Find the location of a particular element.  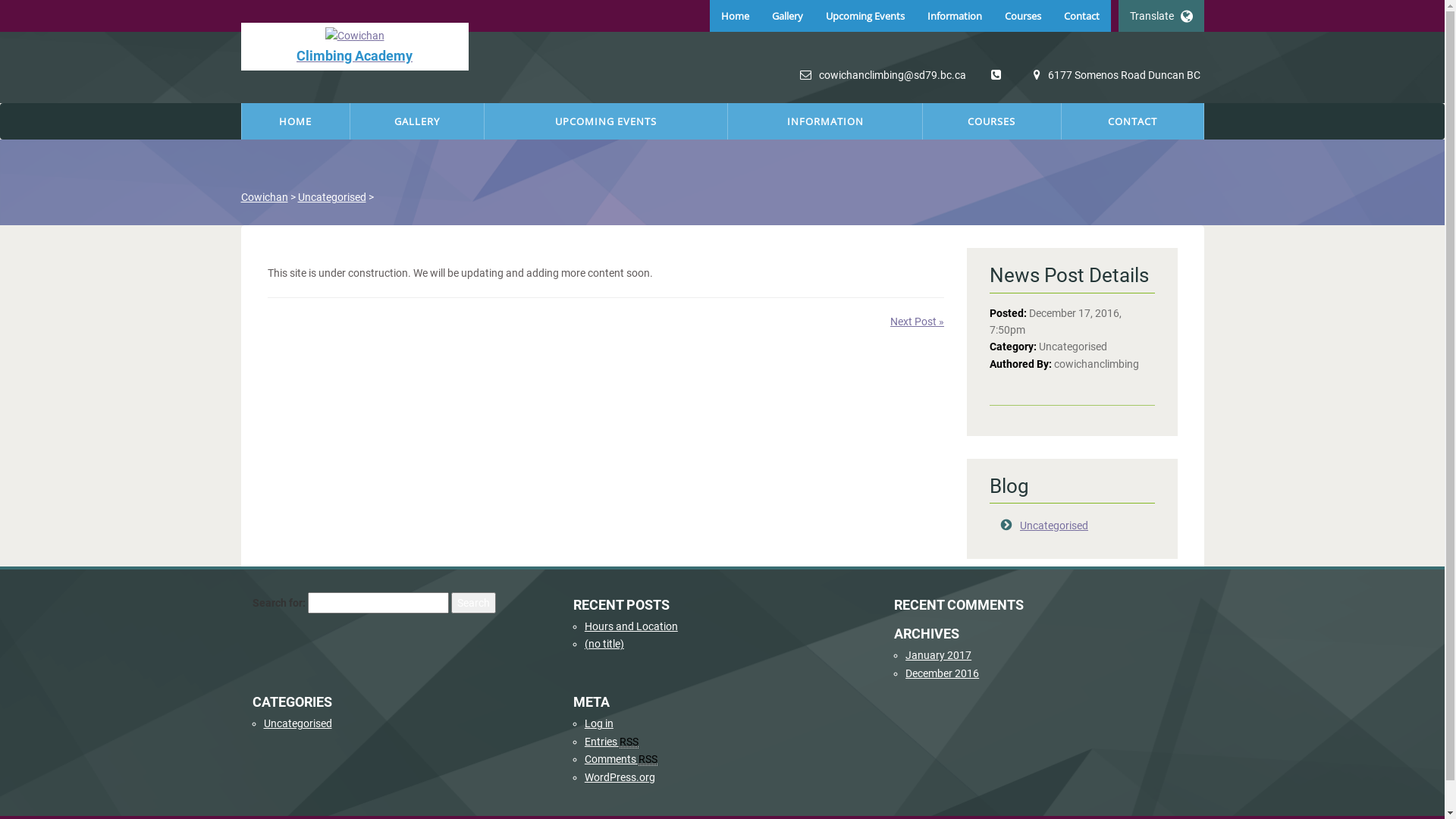

'Information' is located at coordinates (953, 15).